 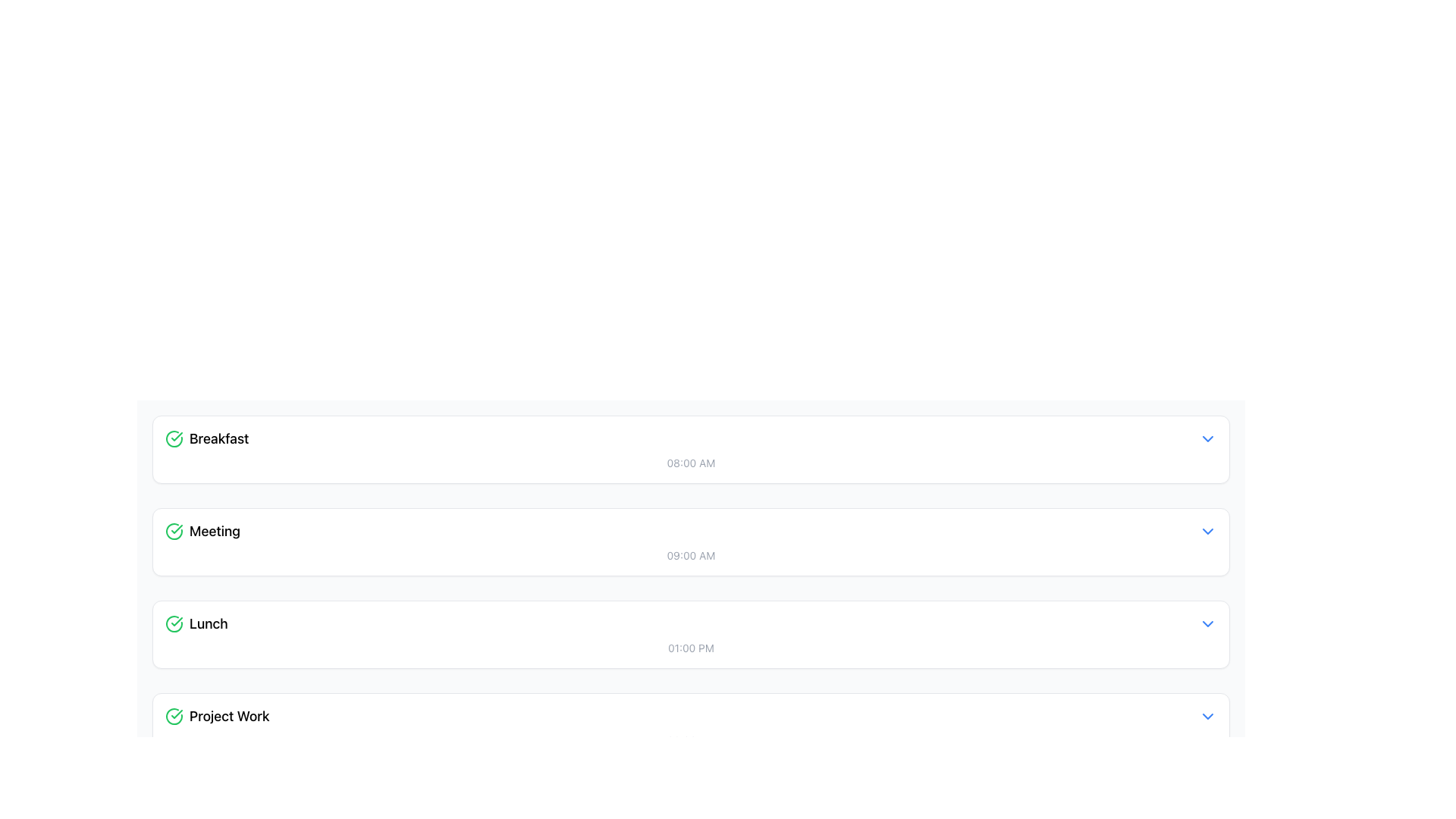 I want to click on the static 'Lunch' label with icon, which is the third item in the vertical list under the header 'Lunch', so click(x=196, y=623).